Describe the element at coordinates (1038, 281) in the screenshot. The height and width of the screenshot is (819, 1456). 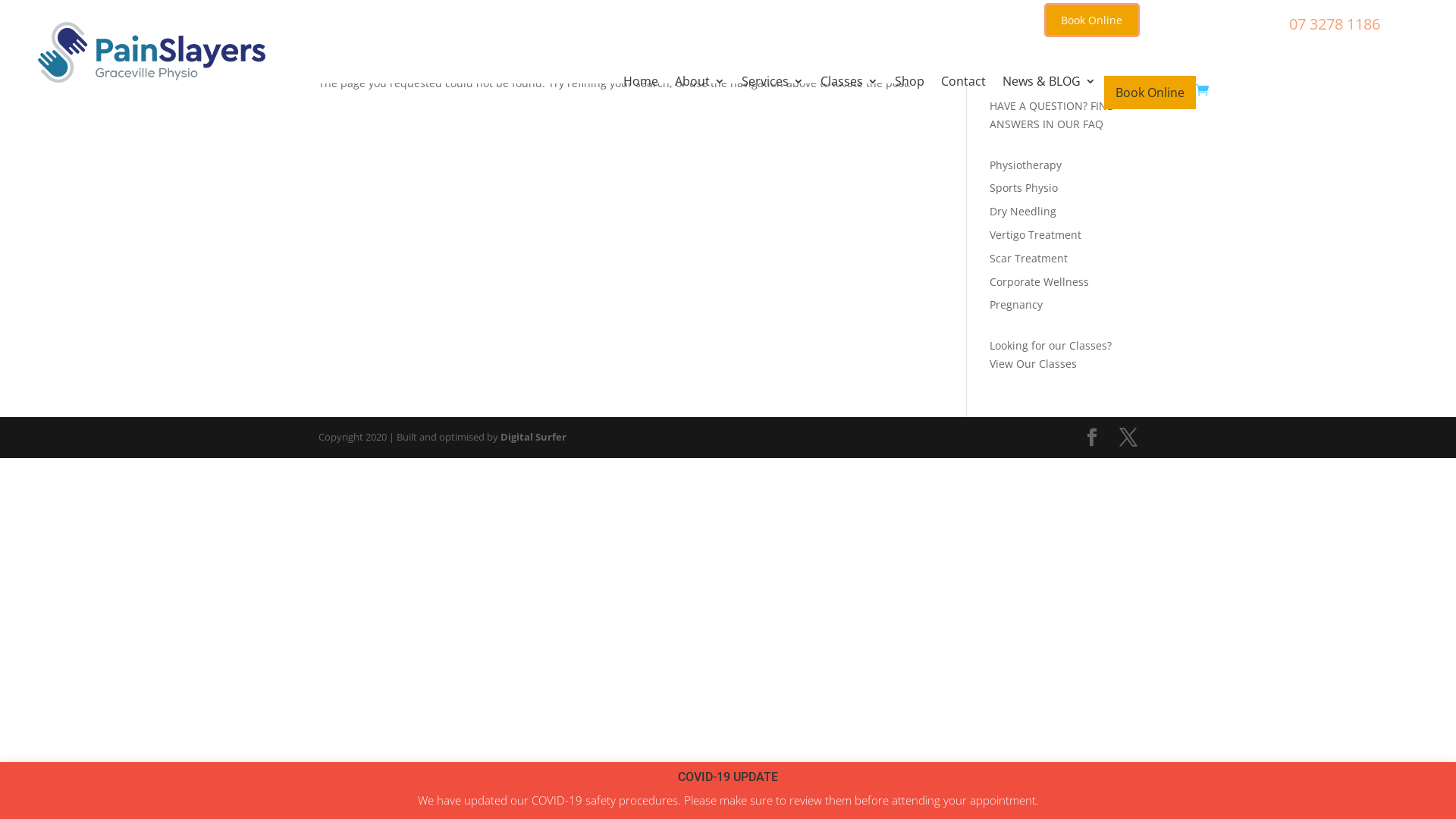
I see `'Corporate Wellness'` at that location.